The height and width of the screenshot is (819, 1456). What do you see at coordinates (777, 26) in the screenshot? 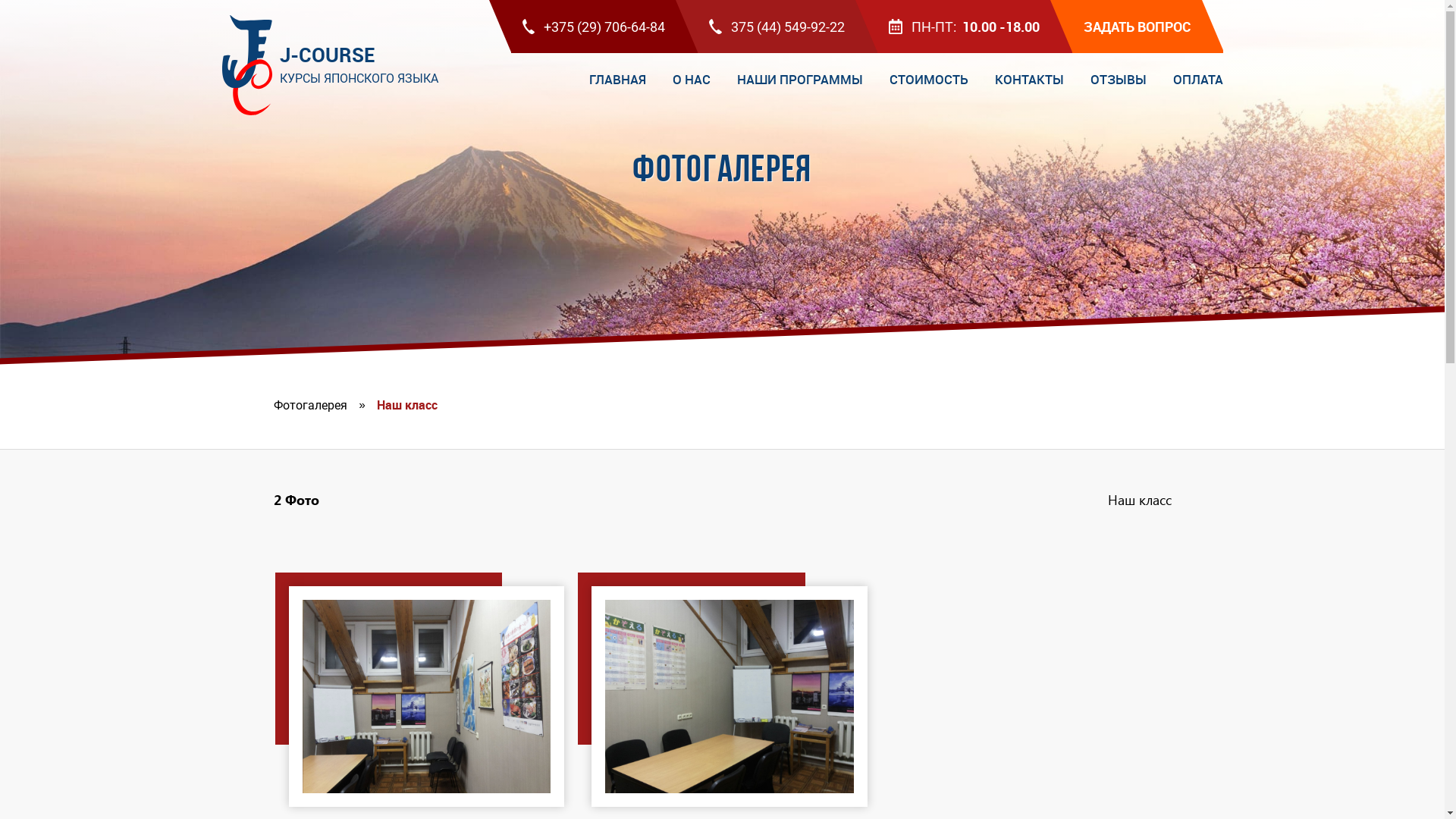
I see `'375 (44) 549-92-22'` at bounding box center [777, 26].